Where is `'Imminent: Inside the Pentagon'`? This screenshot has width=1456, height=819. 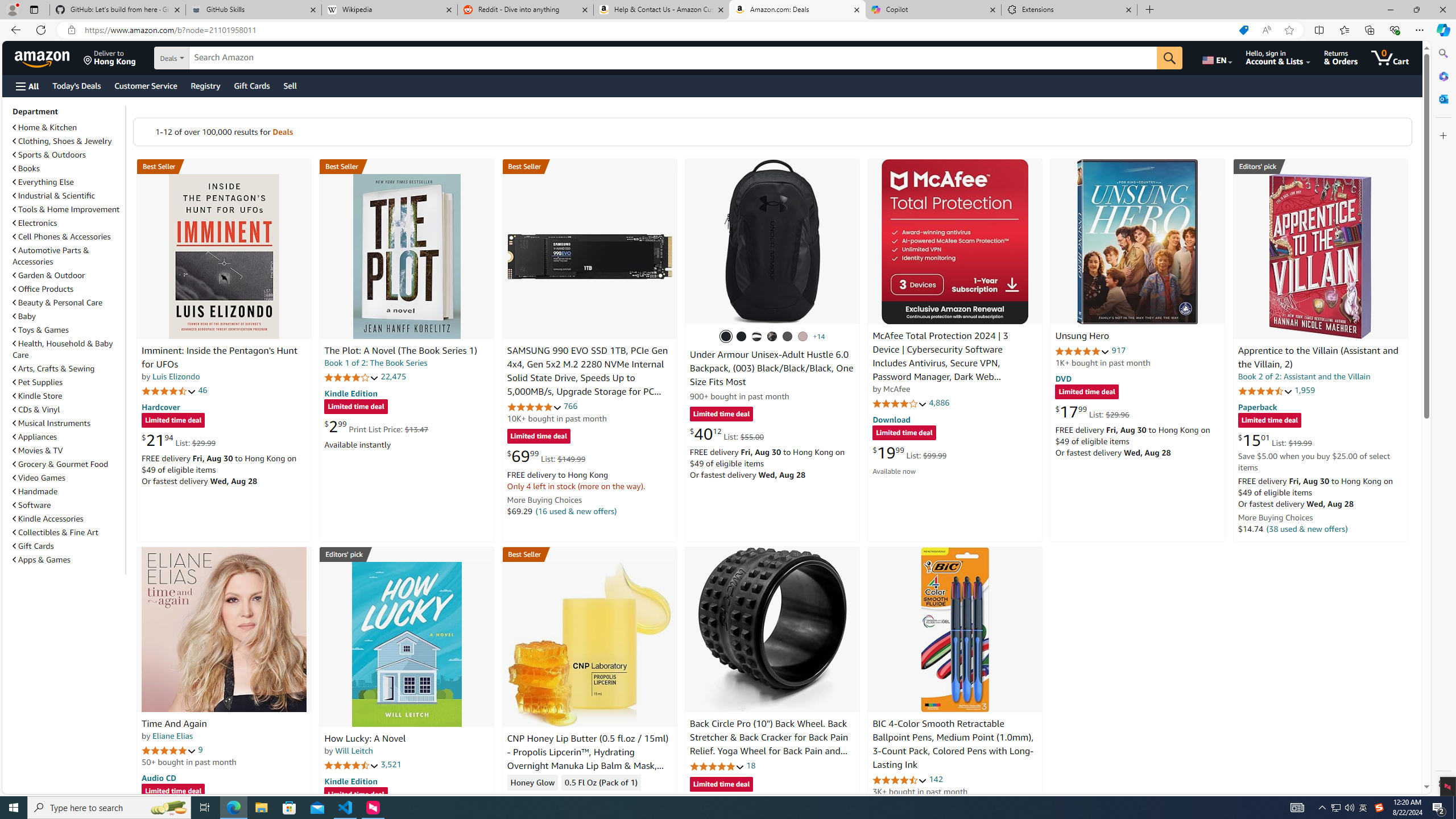 'Imminent: Inside the Pentagon' is located at coordinates (224, 255).